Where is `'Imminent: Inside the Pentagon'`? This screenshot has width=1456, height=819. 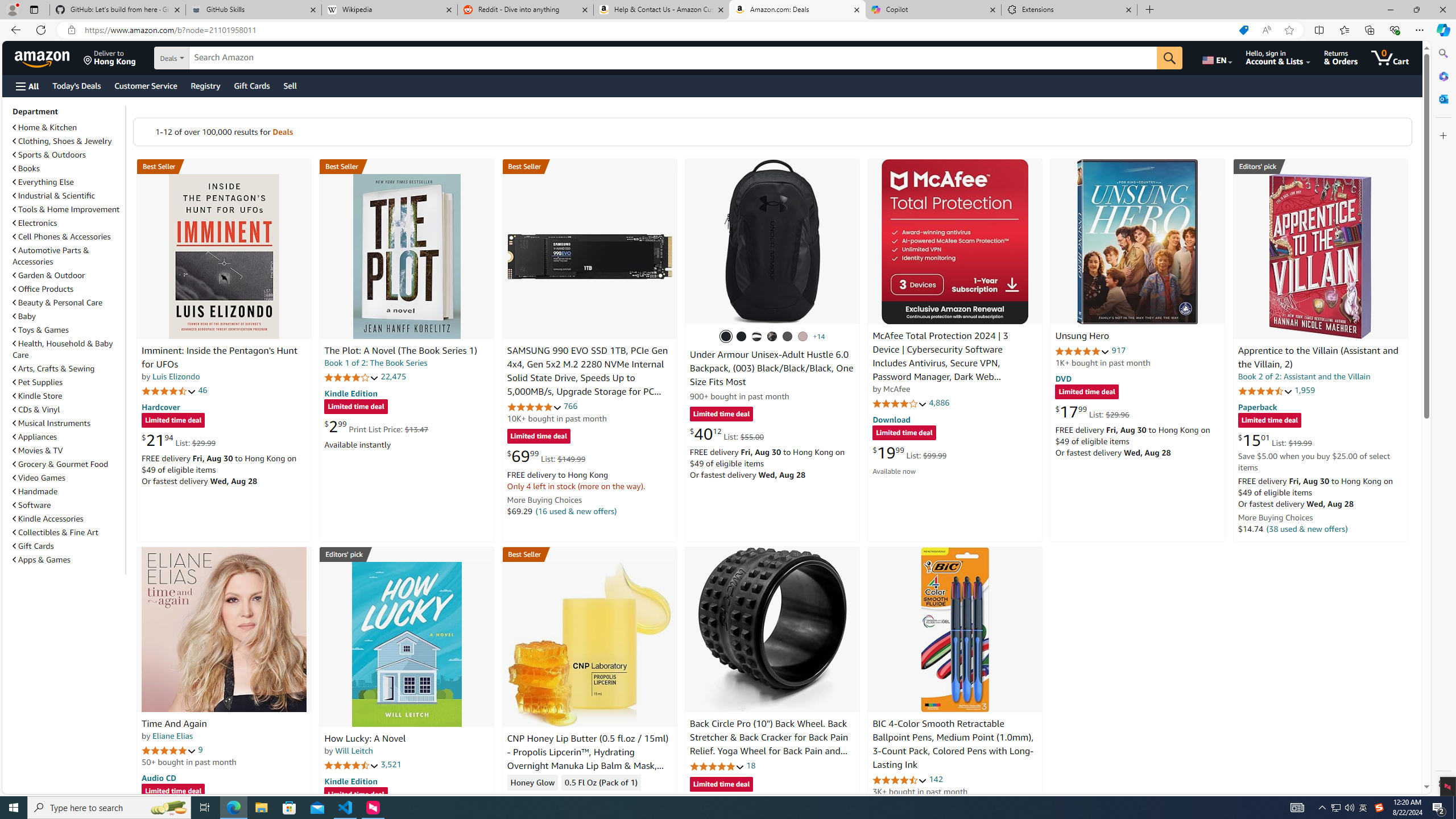 'Imminent: Inside the Pentagon' is located at coordinates (224, 255).